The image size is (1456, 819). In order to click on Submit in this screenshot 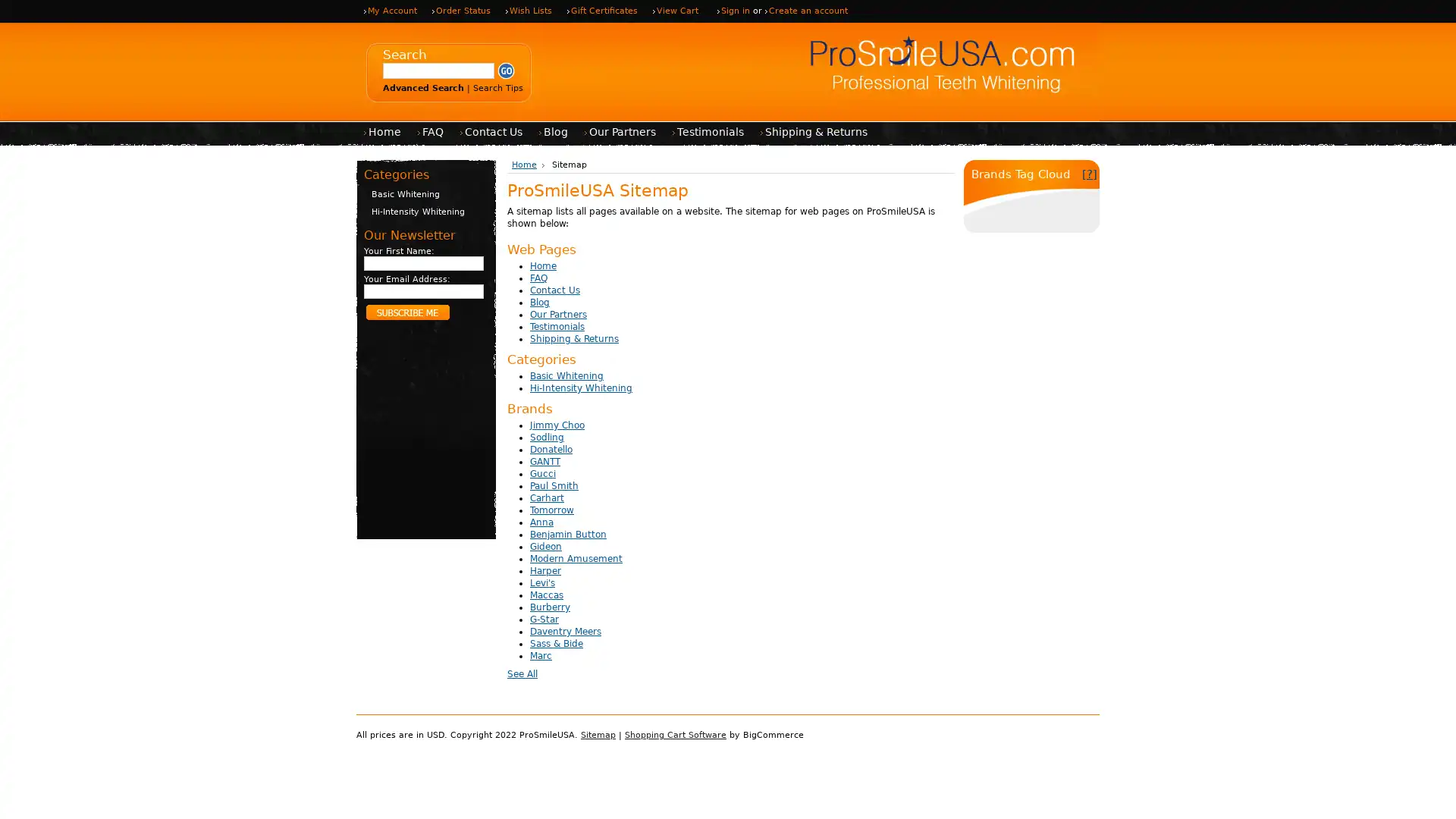, I will do `click(506, 71)`.